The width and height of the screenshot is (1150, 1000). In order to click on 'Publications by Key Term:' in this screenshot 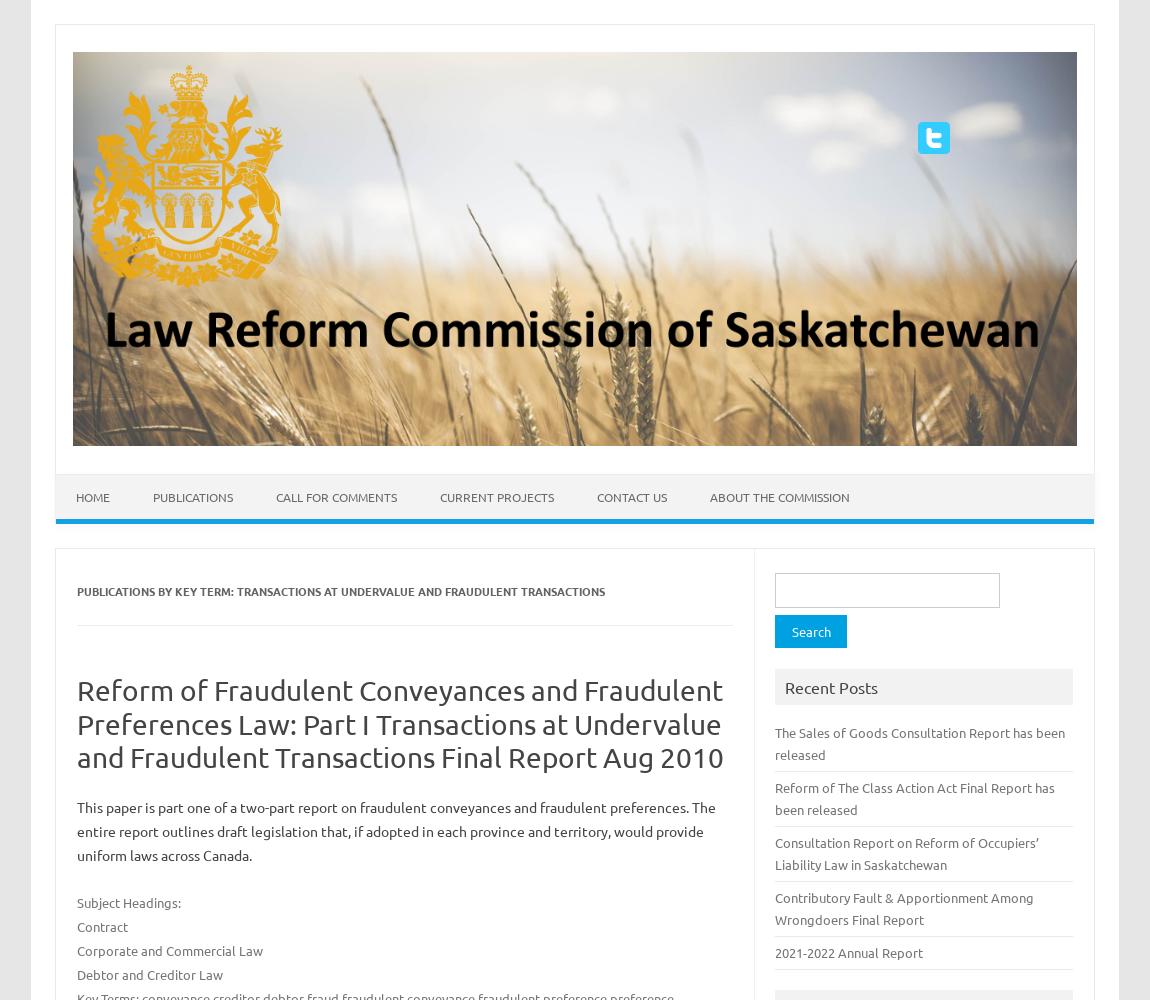, I will do `click(155, 590)`.